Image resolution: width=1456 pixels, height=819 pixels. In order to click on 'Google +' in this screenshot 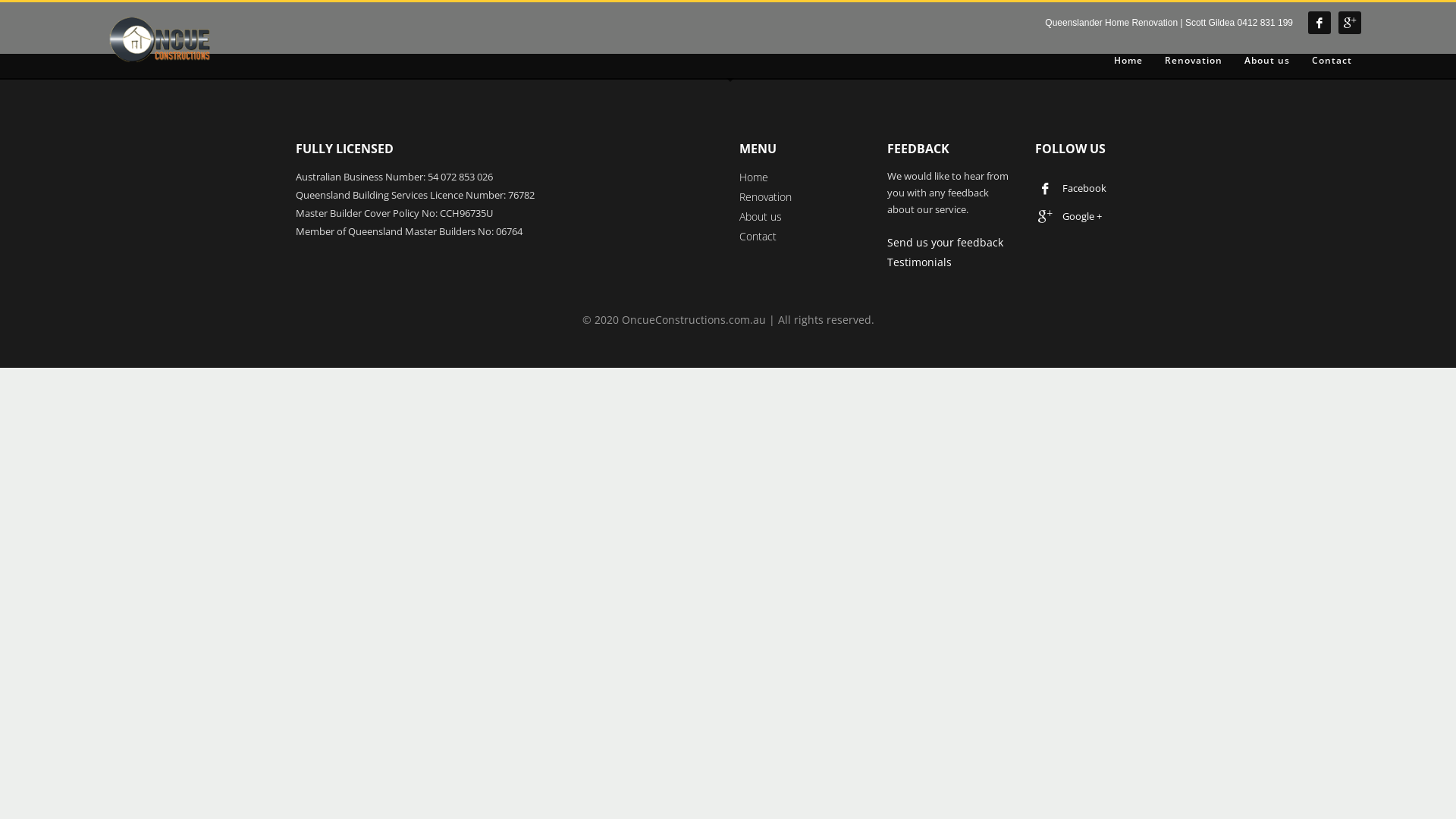, I will do `click(1071, 216)`.